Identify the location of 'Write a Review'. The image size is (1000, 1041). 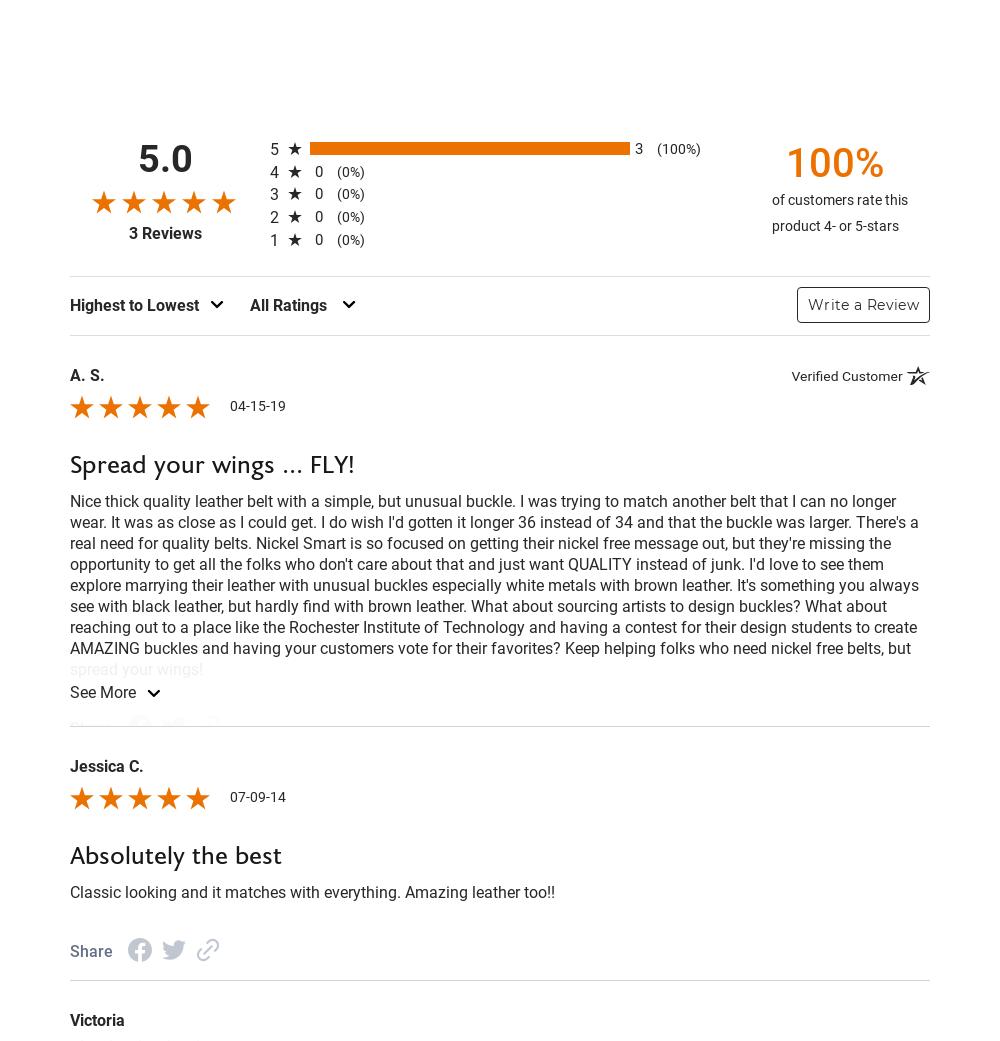
(862, 302).